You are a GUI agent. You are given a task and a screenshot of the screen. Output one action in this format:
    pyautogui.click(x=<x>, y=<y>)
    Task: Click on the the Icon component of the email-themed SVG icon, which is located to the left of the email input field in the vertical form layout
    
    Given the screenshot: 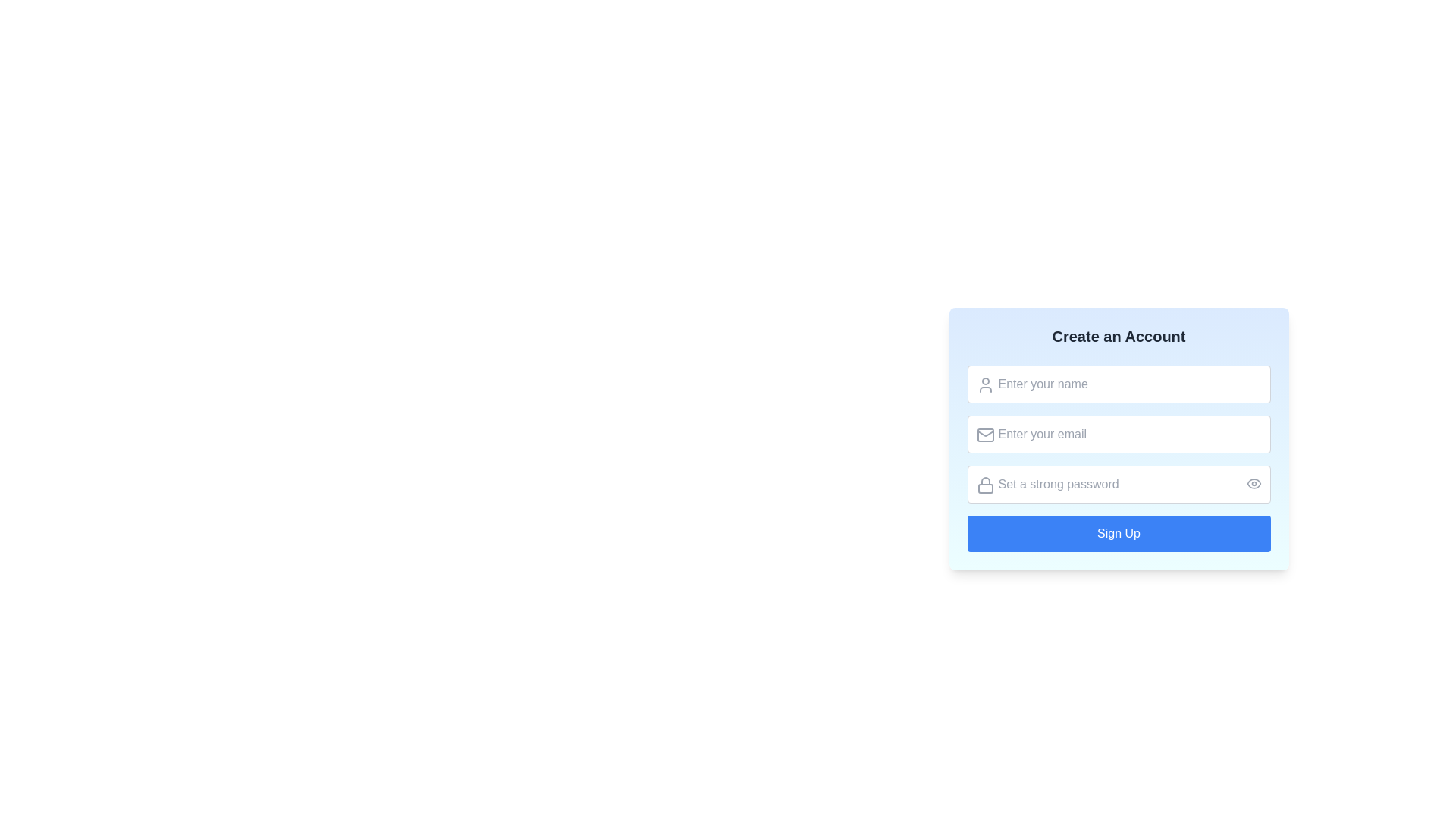 What is the action you would take?
    pyautogui.click(x=985, y=435)
    